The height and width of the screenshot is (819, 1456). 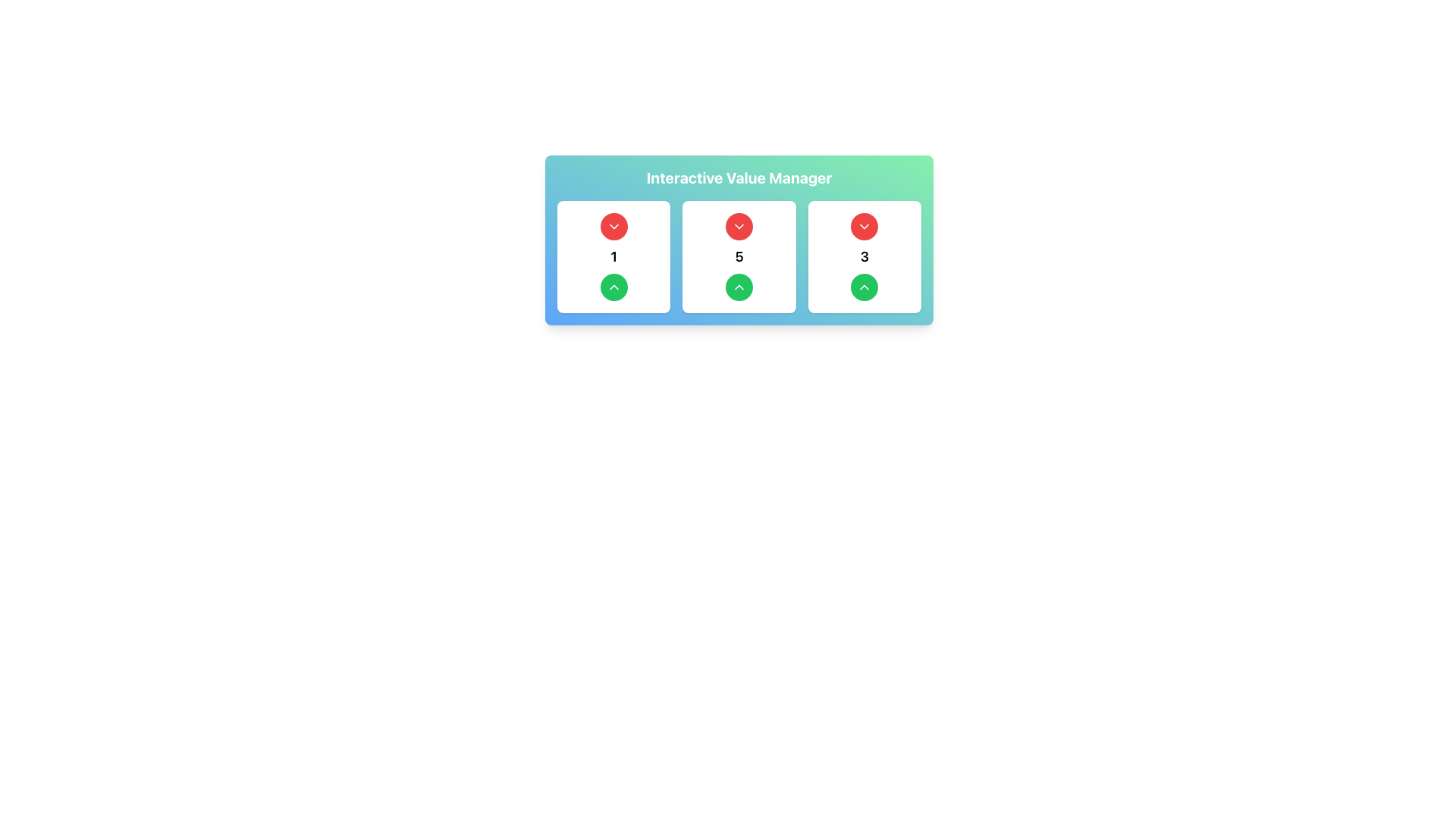 I want to click on the green circular button with an upward-pointing chevron icon located below the number '1' in the first column of the 'Interactive Value Manager' interface, so click(x=613, y=287).